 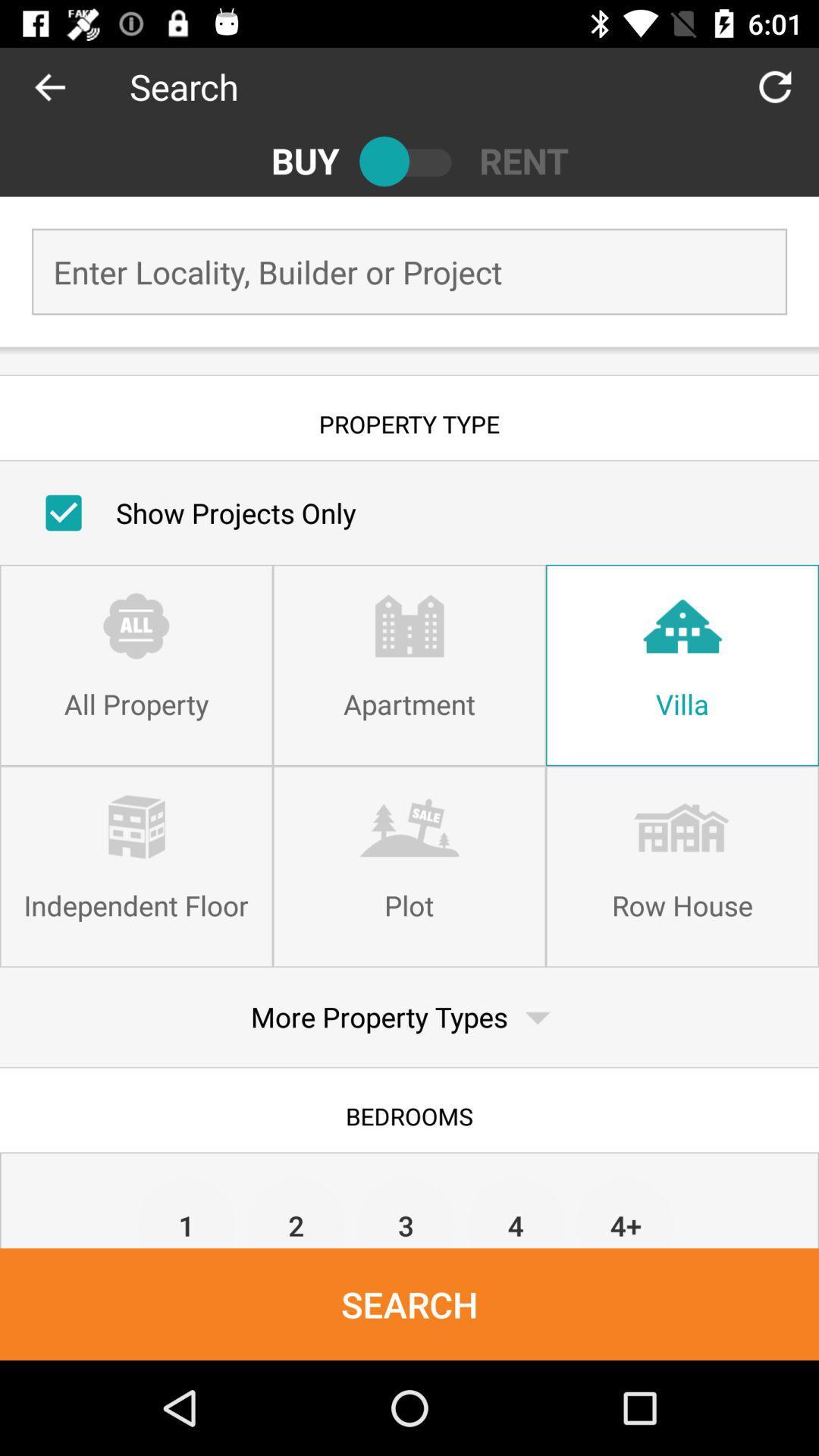 What do you see at coordinates (297, 1211) in the screenshot?
I see `item next to 1 item` at bounding box center [297, 1211].